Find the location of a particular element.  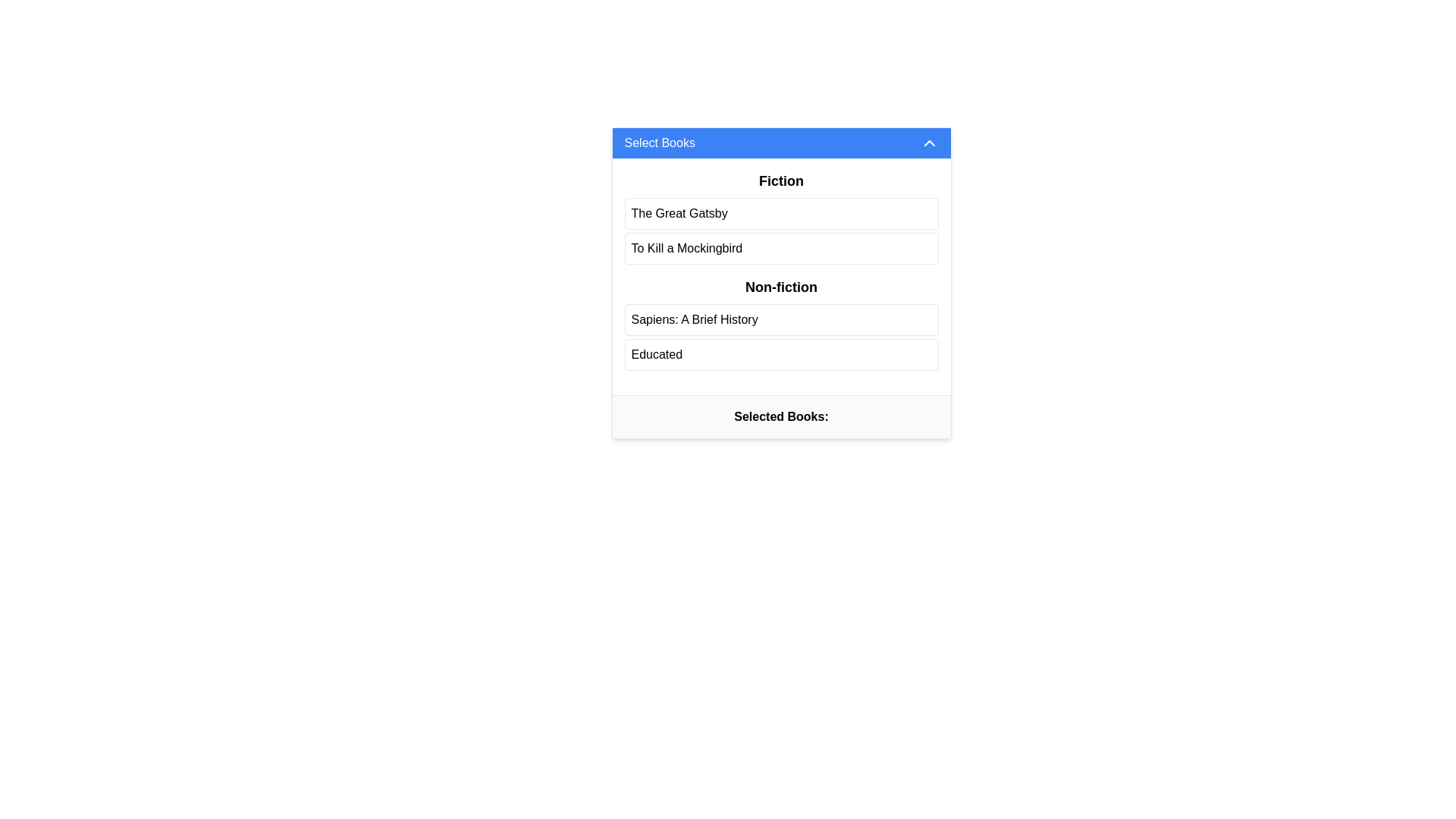

the button labeled 'The Great Gatsby' with a white background and gray borders is located at coordinates (781, 213).